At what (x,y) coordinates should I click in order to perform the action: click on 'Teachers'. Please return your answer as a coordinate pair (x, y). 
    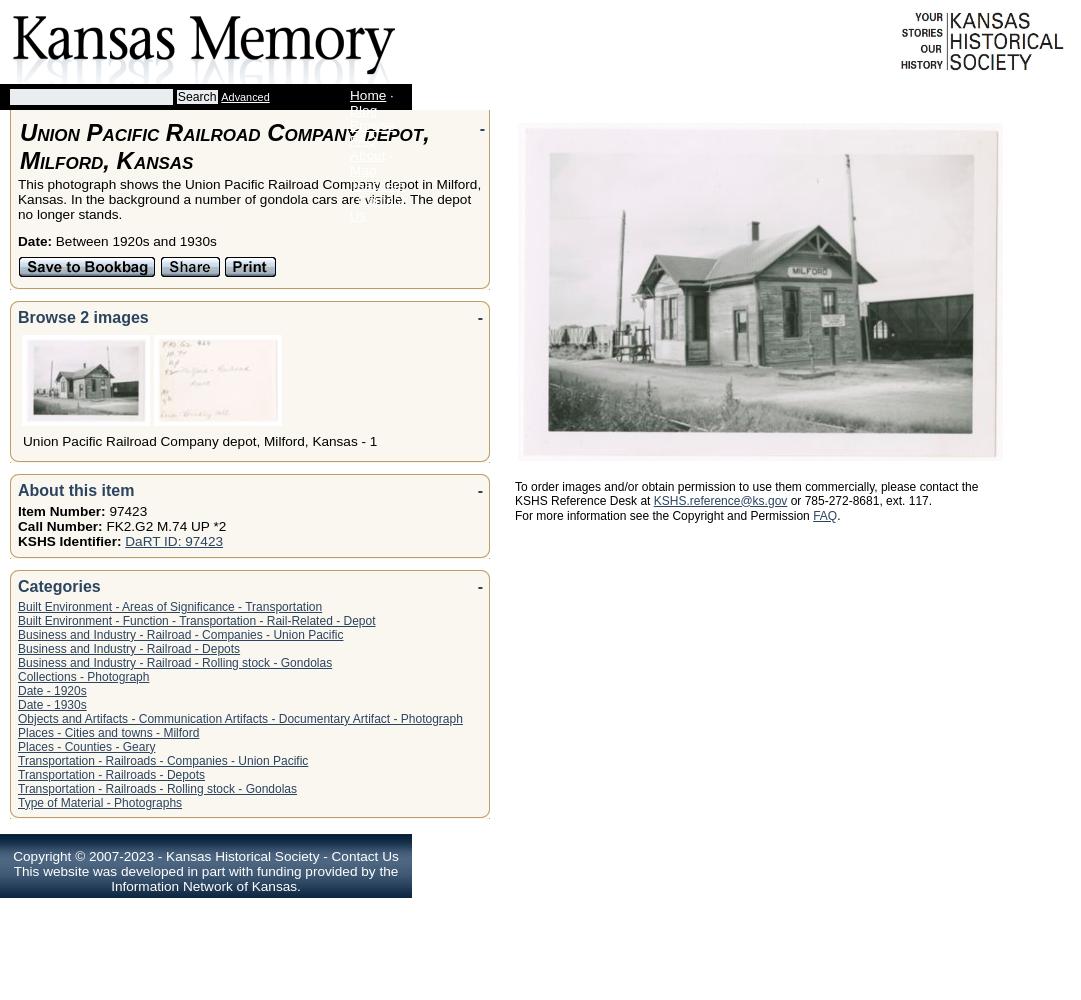
    Looking at the image, I should click on (376, 185).